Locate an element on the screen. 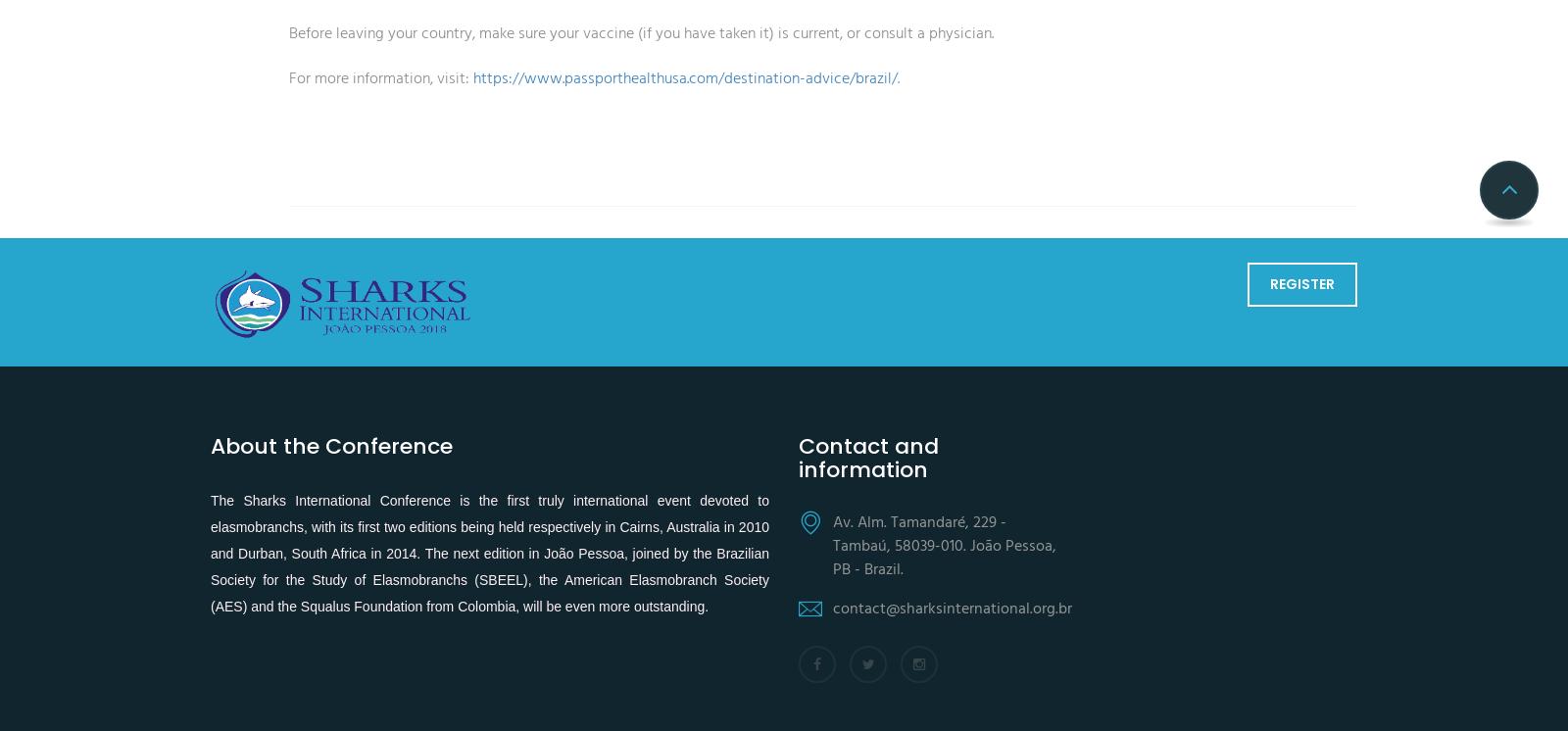 The image size is (1568, 731). 'Contact and information' is located at coordinates (798, 457).